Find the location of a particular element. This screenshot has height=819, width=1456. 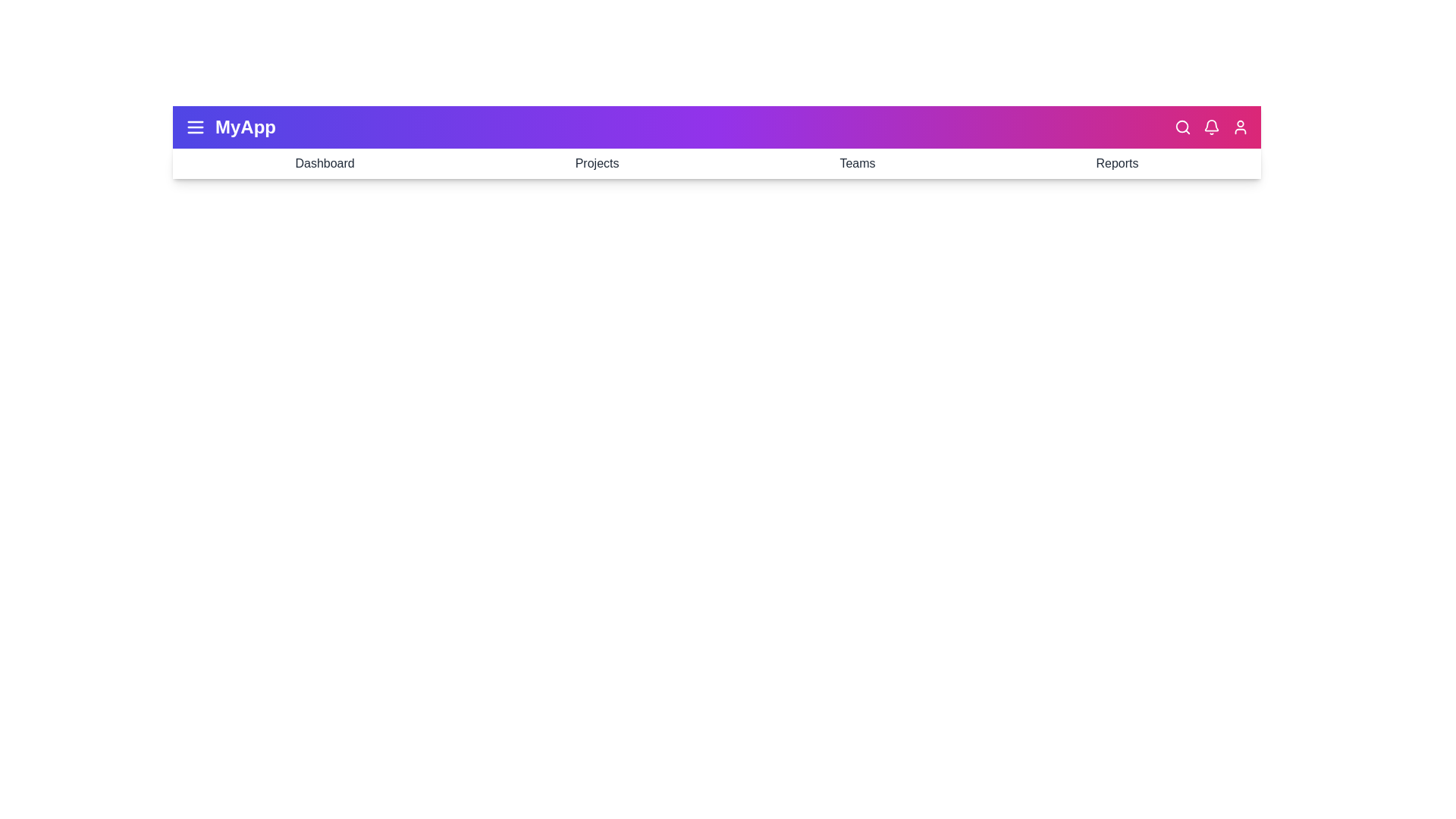

the 'Bell' icon to view notifications is located at coordinates (1211, 127).